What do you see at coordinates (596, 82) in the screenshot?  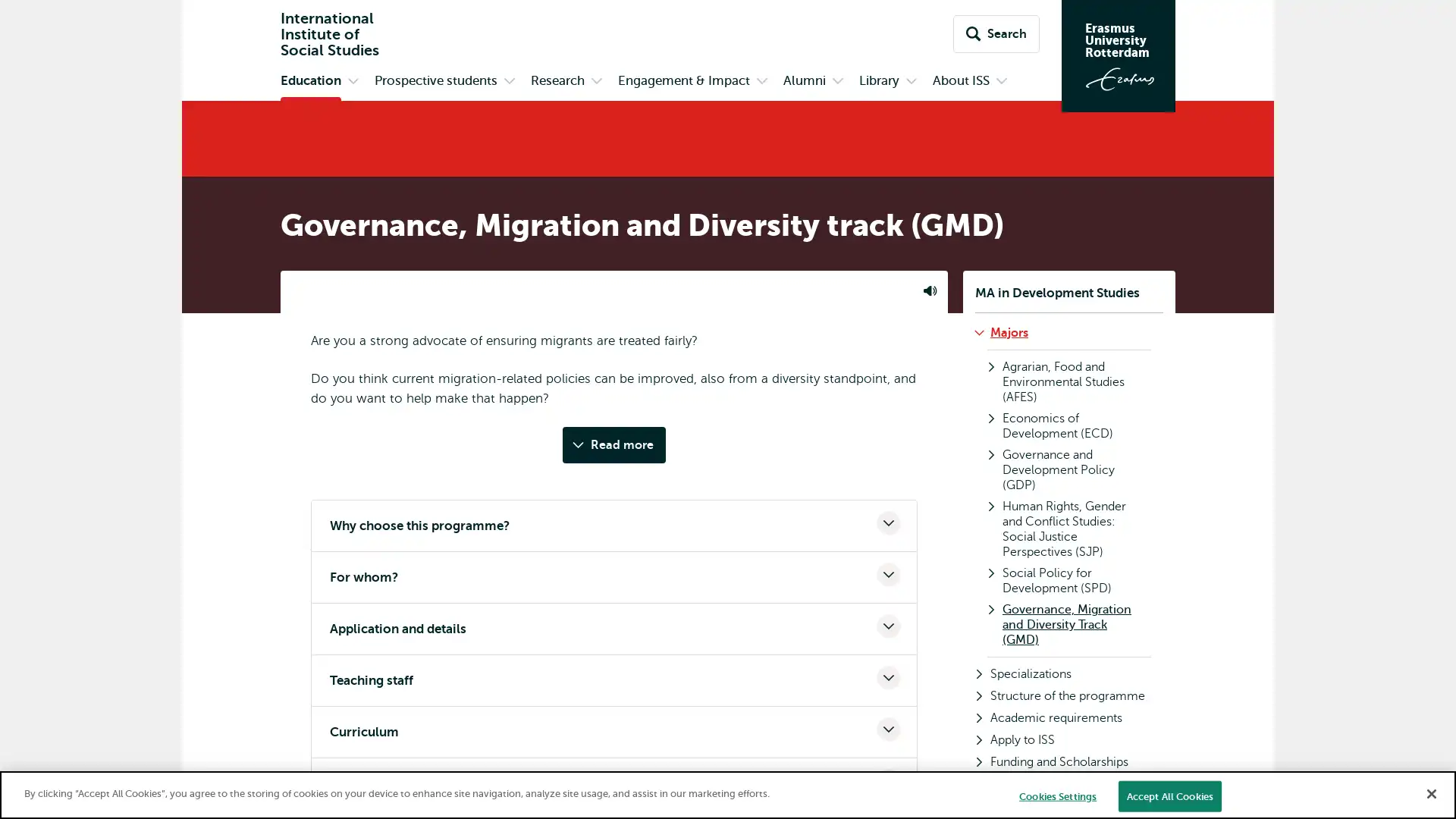 I see `Open submenu` at bounding box center [596, 82].